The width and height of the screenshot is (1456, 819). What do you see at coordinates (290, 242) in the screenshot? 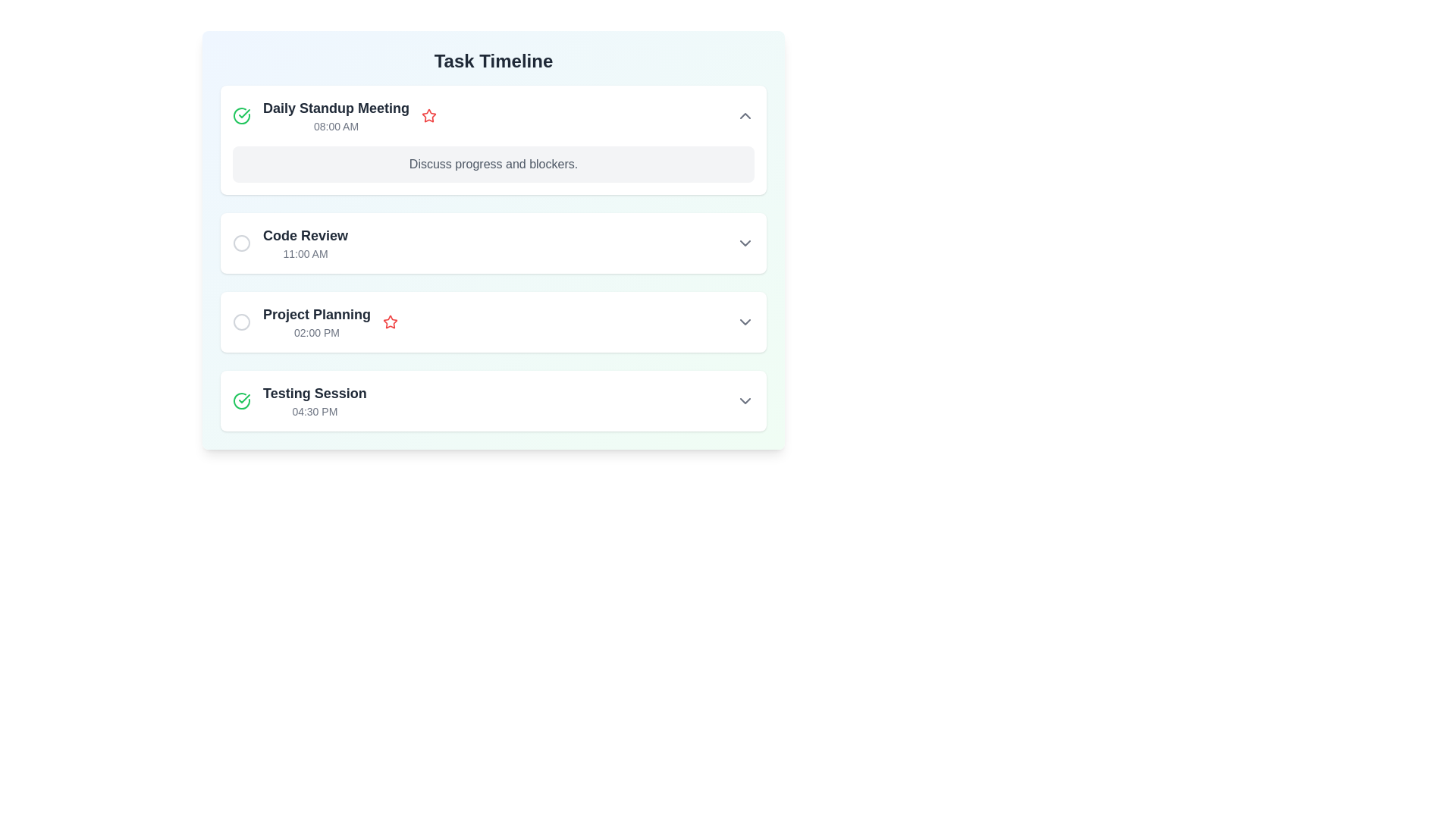
I see `the timeline entry displaying 'Code Review'` at bounding box center [290, 242].